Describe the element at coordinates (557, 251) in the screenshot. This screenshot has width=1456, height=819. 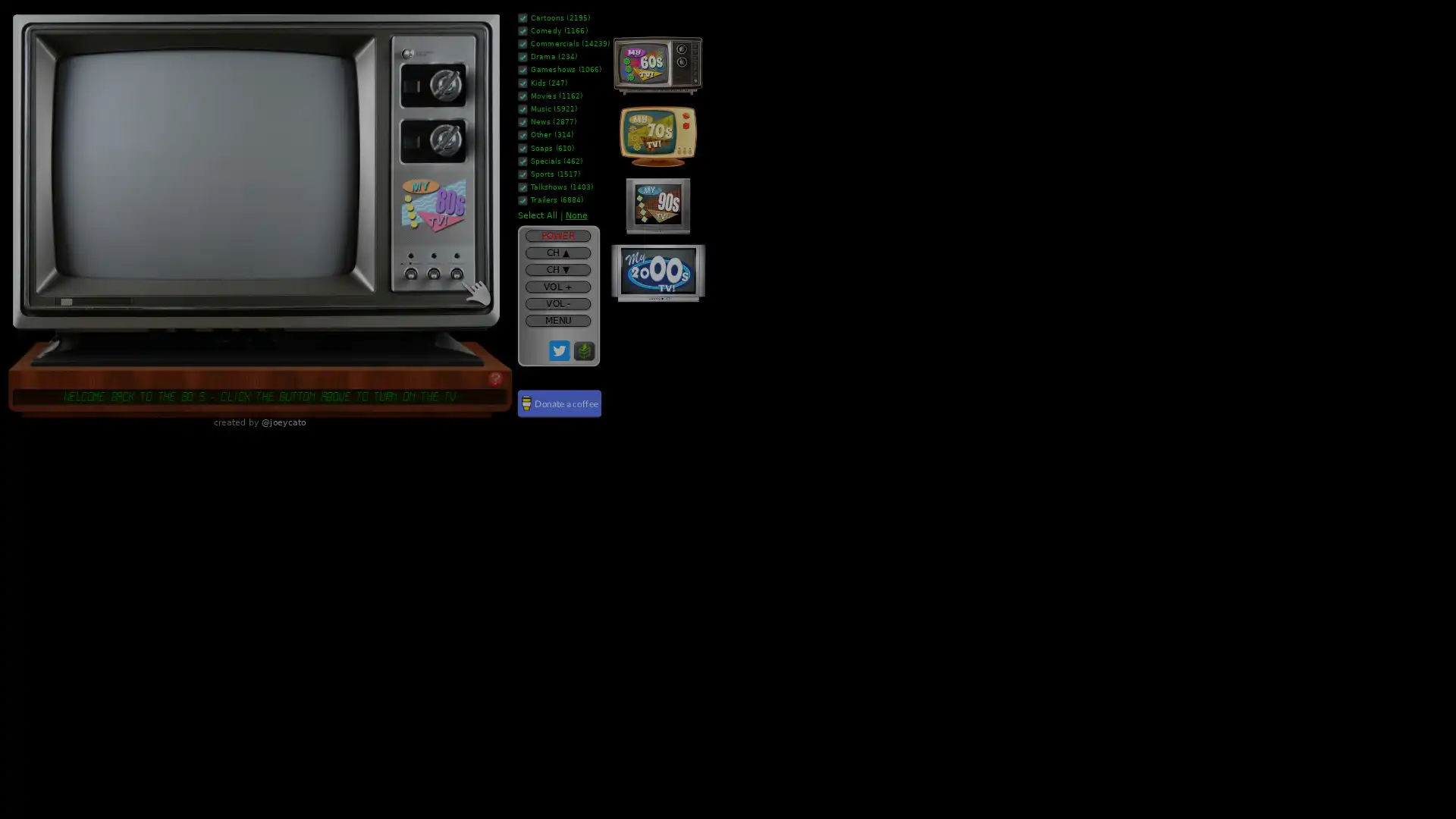
I see `CH` at that location.